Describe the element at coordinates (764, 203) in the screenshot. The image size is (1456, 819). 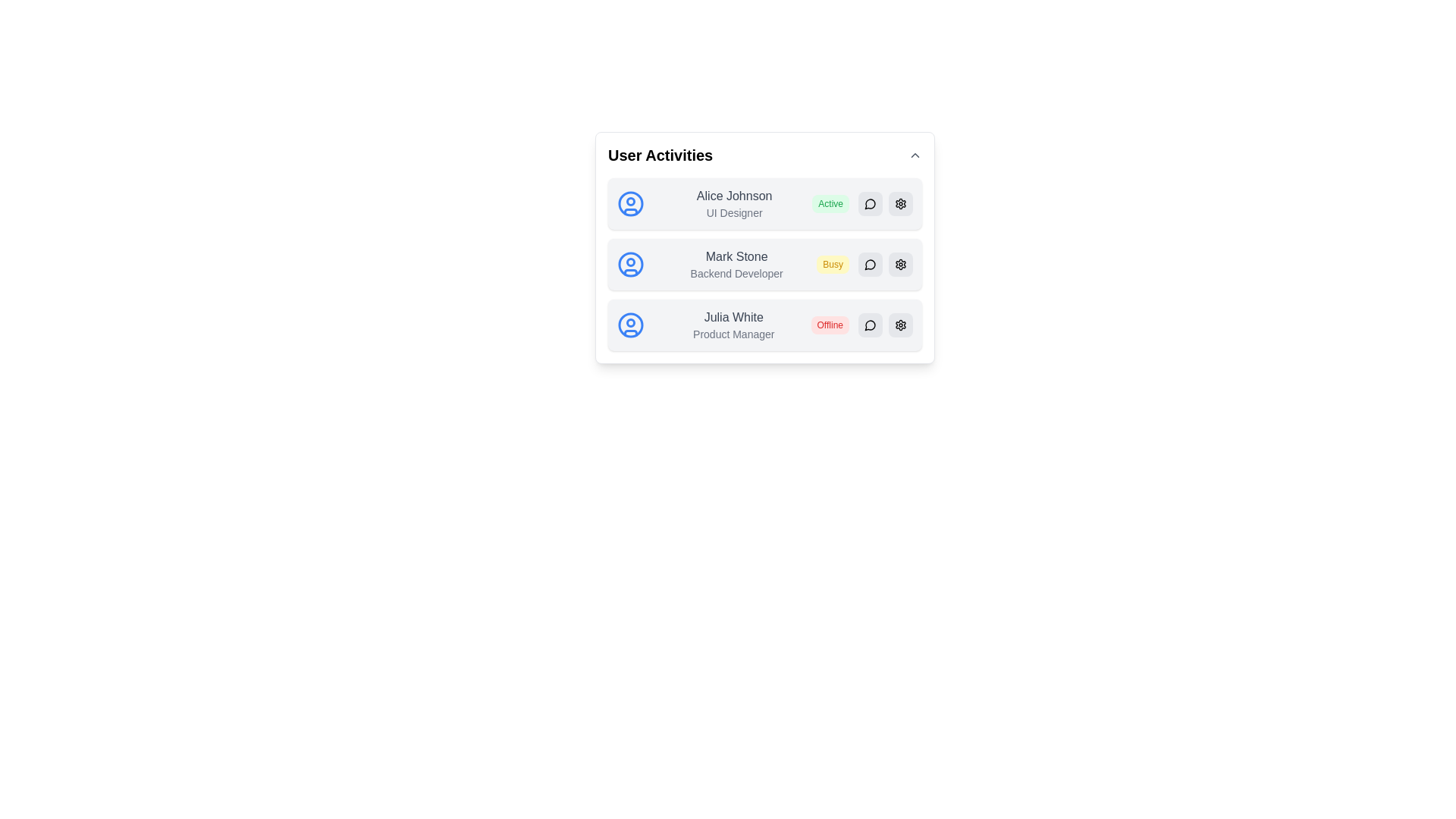
I see `details displayed on the user profile card at the top of the vertical list` at that location.